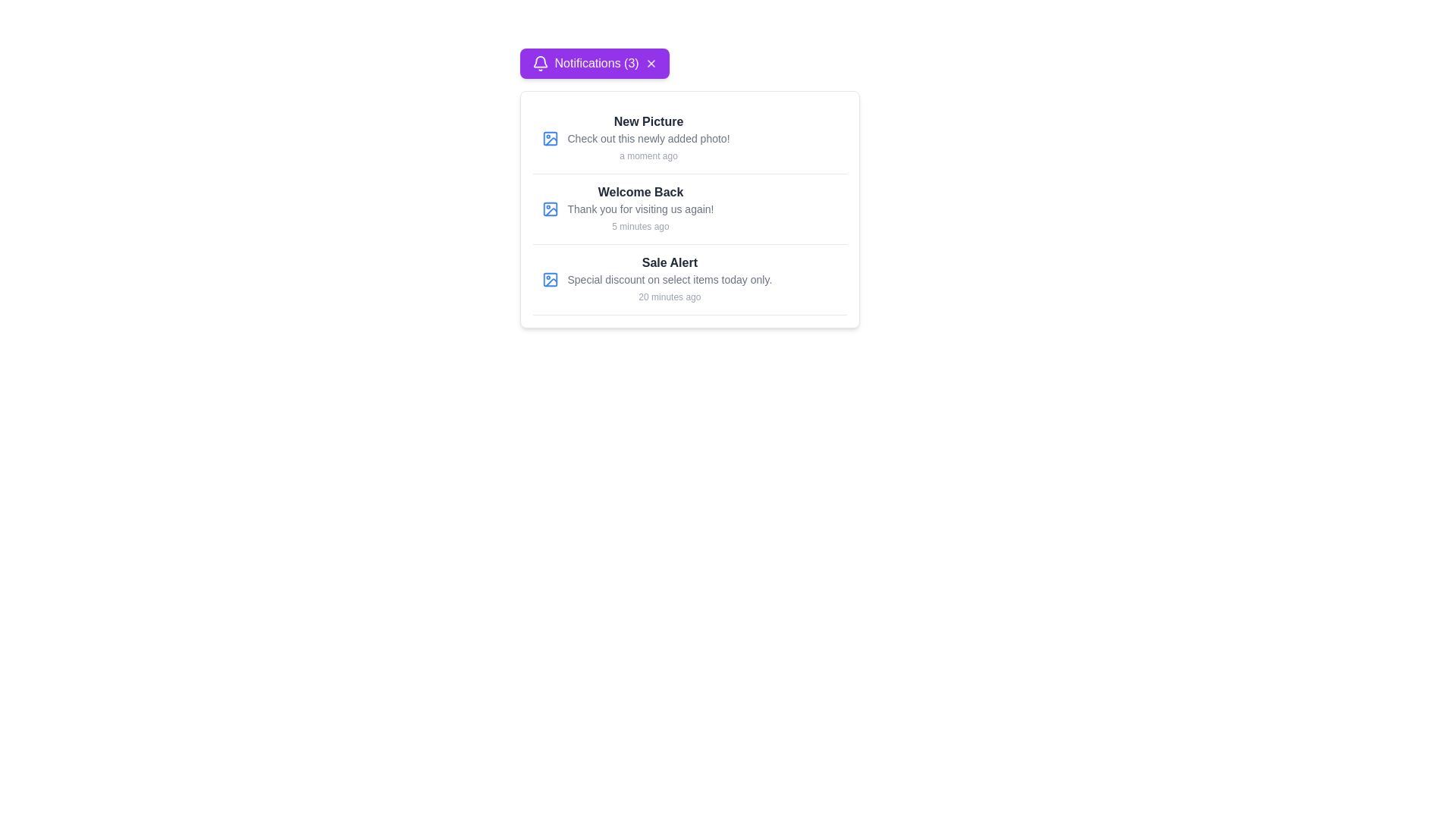  Describe the element at coordinates (689, 209) in the screenshot. I see `the second Notification item in the list that displays 'Welcome Back'` at that location.